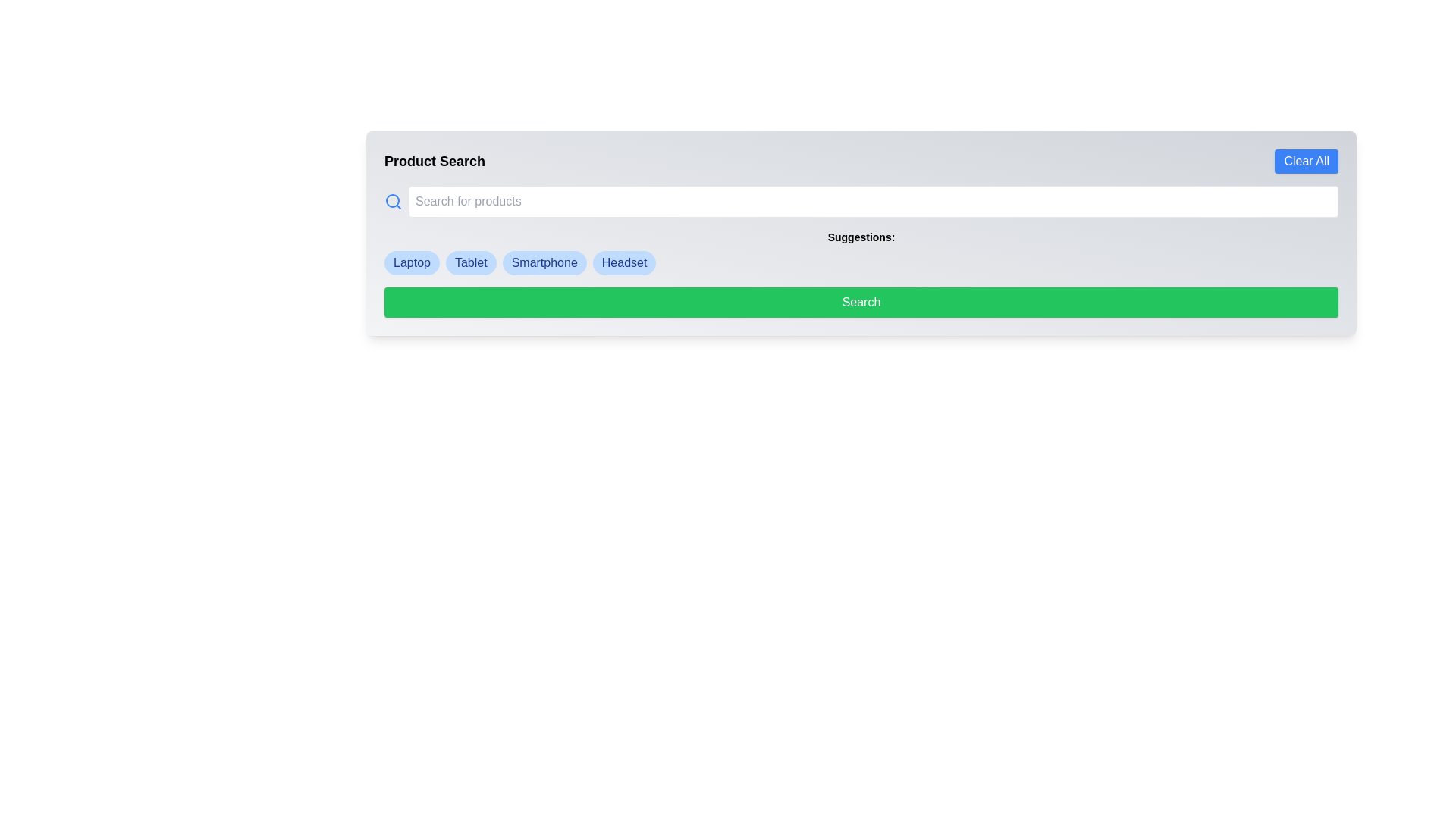 The image size is (1456, 819). Describe the element at coordinates (434, 161) in the screenshot. I see `the text label at the top-left corner of the horizontal layout bar, which indicates the purpose of the product search functionality` at that location.